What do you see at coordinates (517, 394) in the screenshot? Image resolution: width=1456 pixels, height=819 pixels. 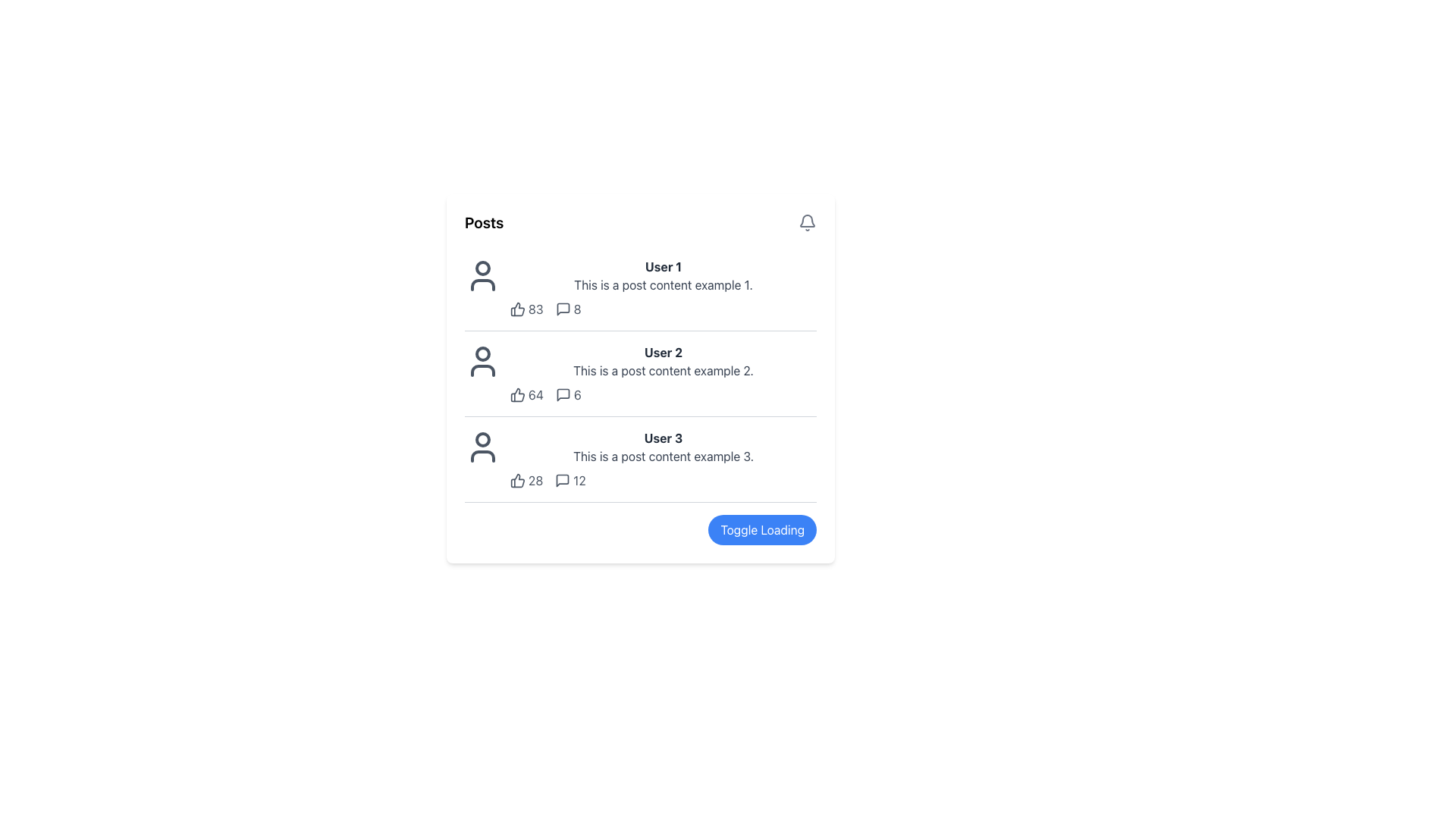 I see `the thumbs-up icon to express approval, which is styled in a contemporary thin-line fashion and located below the second user posting block` at bounding box center [517, 394].